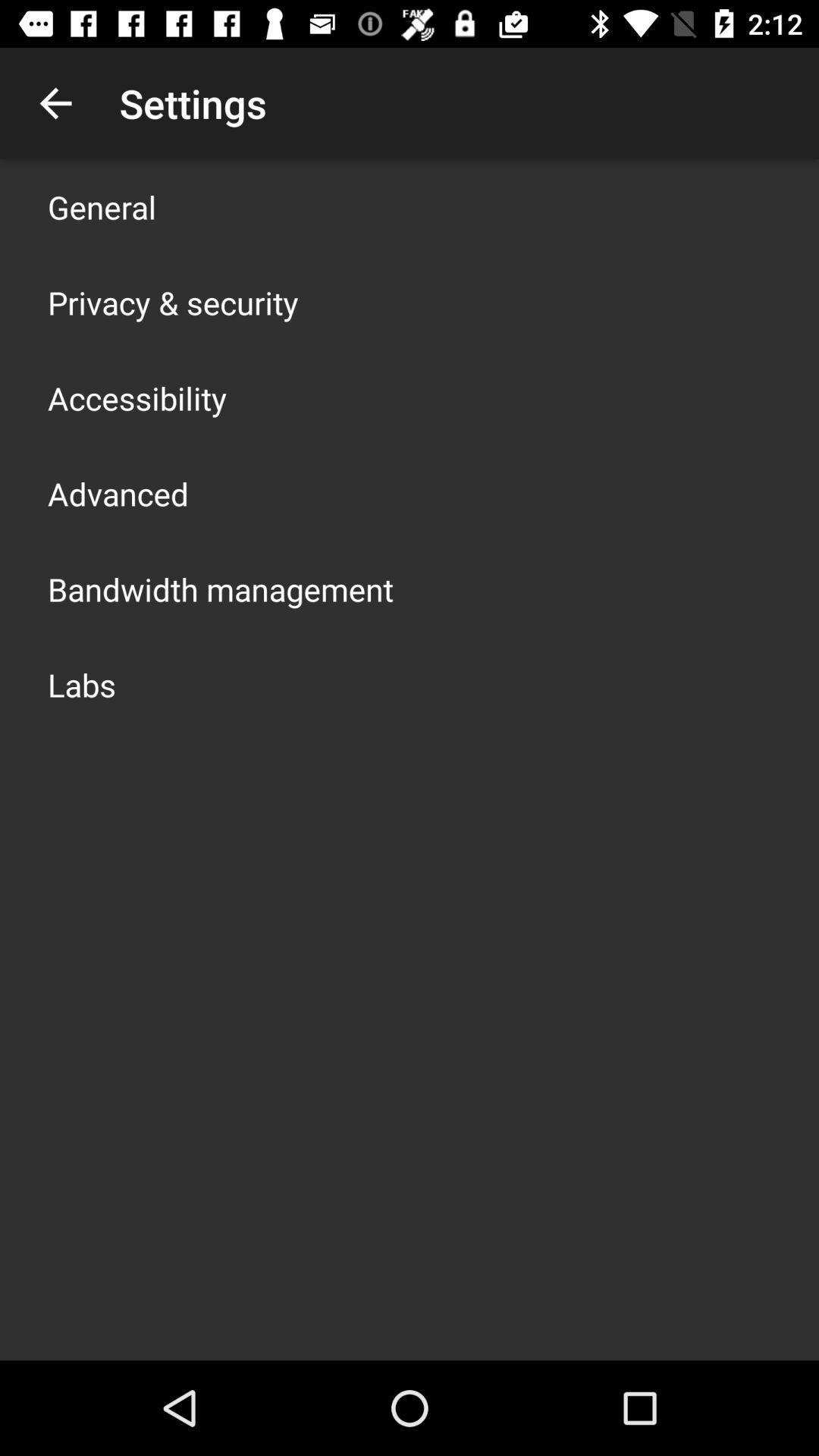  I want to click on the privacy & security item, so click(172, 302).